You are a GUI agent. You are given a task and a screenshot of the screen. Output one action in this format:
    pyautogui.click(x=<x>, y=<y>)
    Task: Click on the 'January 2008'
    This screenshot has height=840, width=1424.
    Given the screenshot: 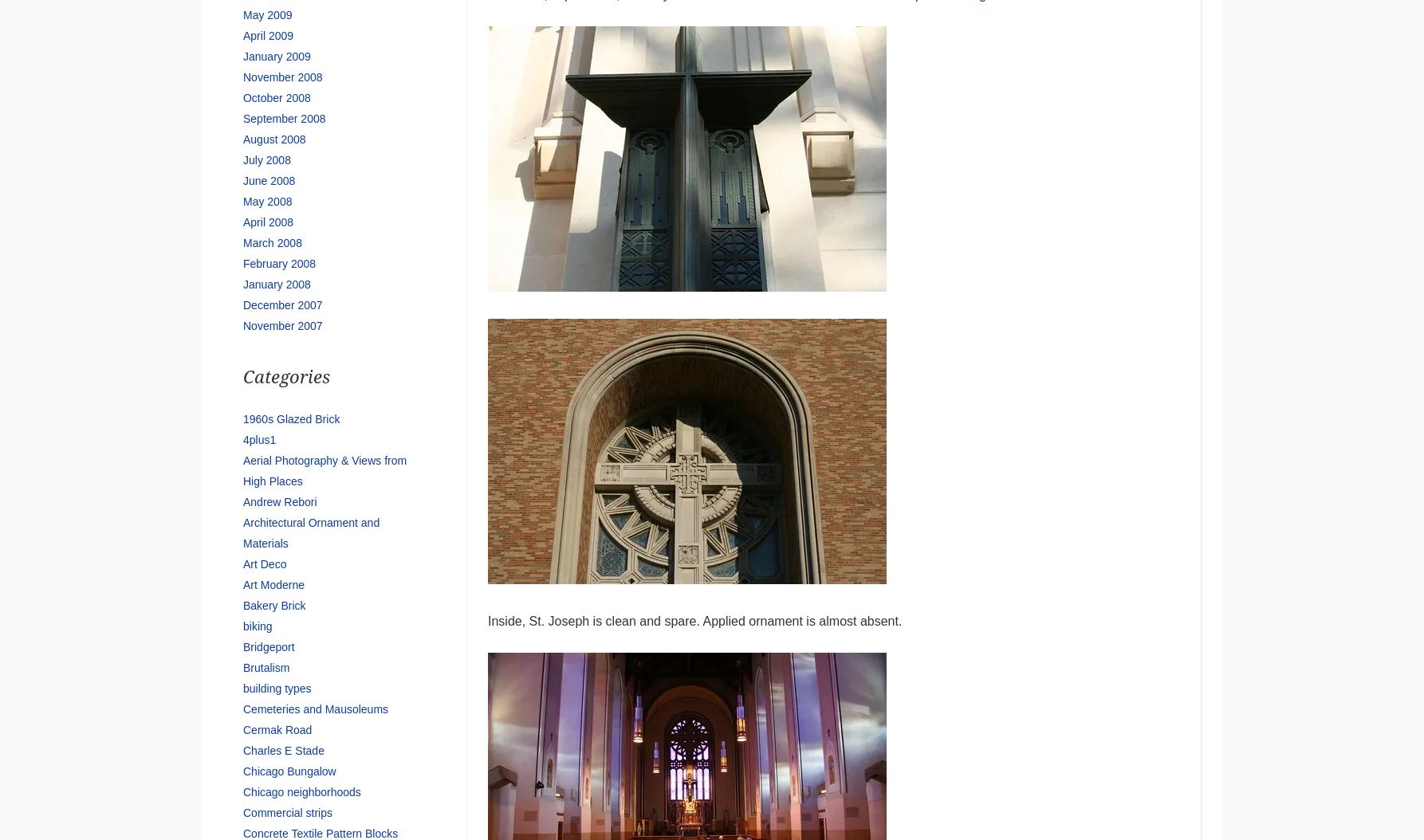 What is the action you would take?
    pyautogui.click(x=276, y=284)
    